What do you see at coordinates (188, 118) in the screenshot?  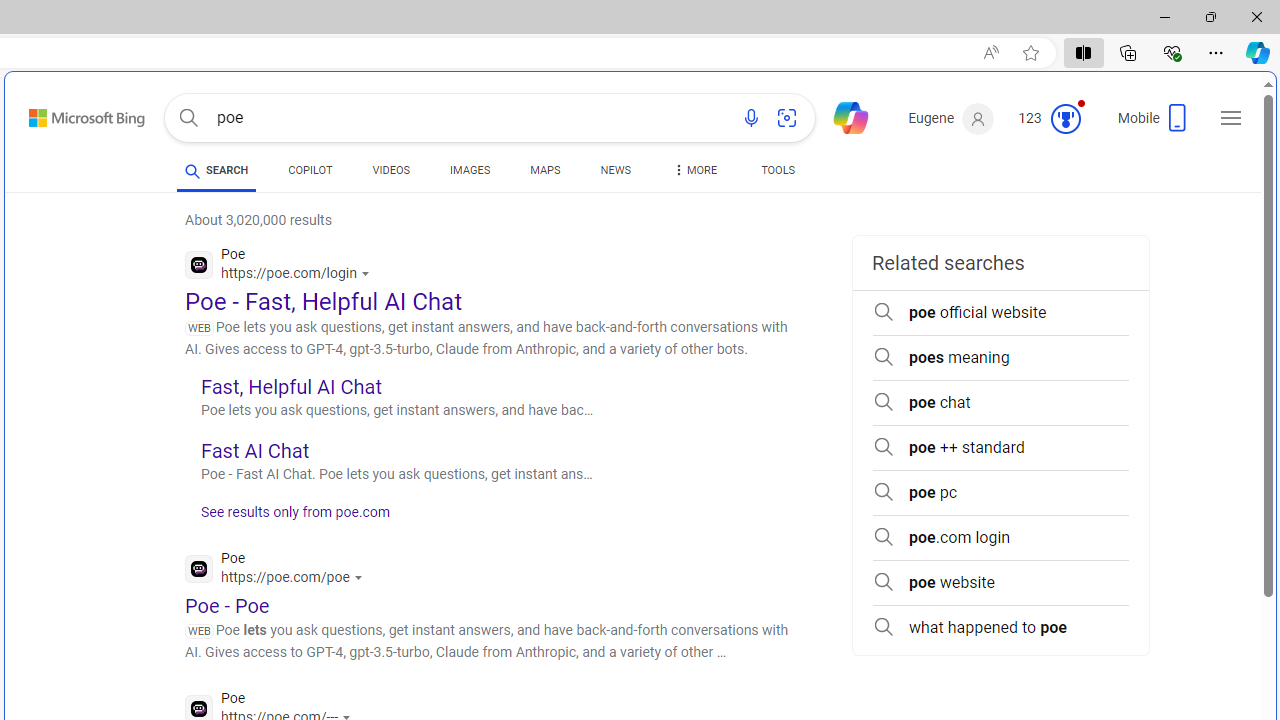 I see `'Search button'` at bounding box center [188, 118].